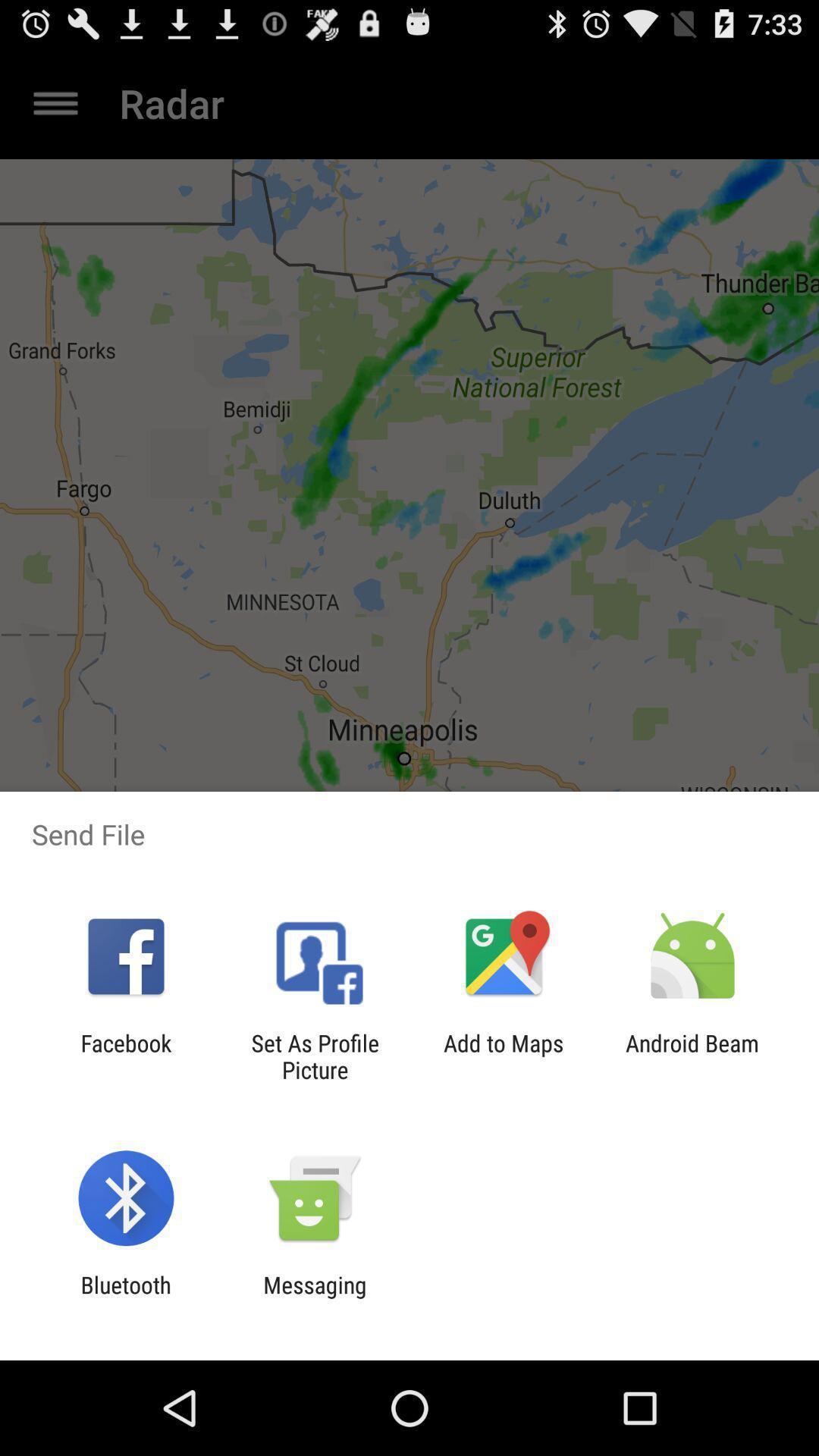 This screenshot has width=819, height=1456. Describe the element at coordinates (125, 1298) in the screenshot. I see `bluetooth item` at that location.